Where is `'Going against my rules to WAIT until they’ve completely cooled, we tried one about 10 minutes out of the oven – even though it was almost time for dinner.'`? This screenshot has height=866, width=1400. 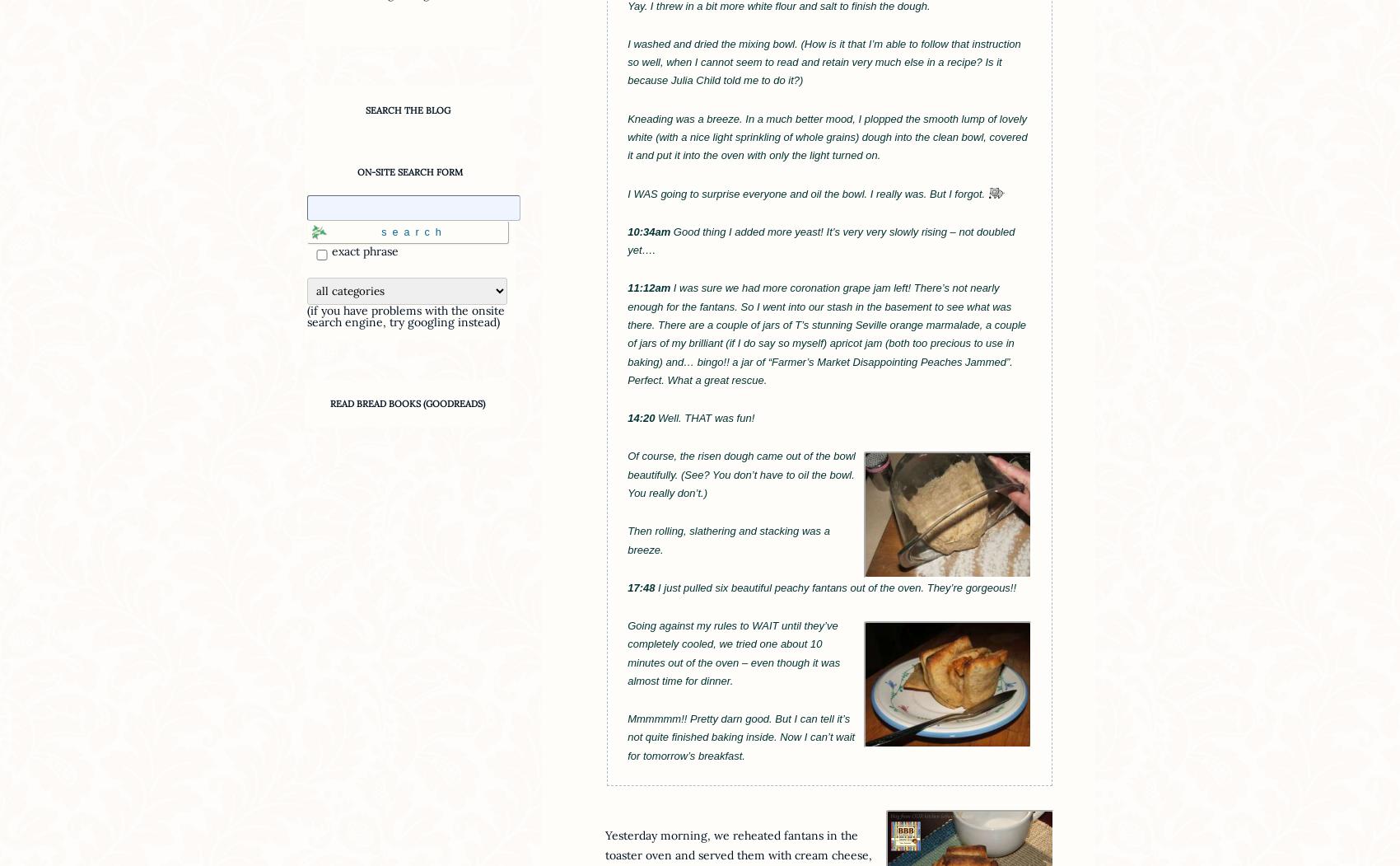 'Going against my rules to WAIT until they’ve completely cooled, we tried one about 10 minutes out of the oven – even though it was almost time for dinner.' is located at coordinates (733, 652).